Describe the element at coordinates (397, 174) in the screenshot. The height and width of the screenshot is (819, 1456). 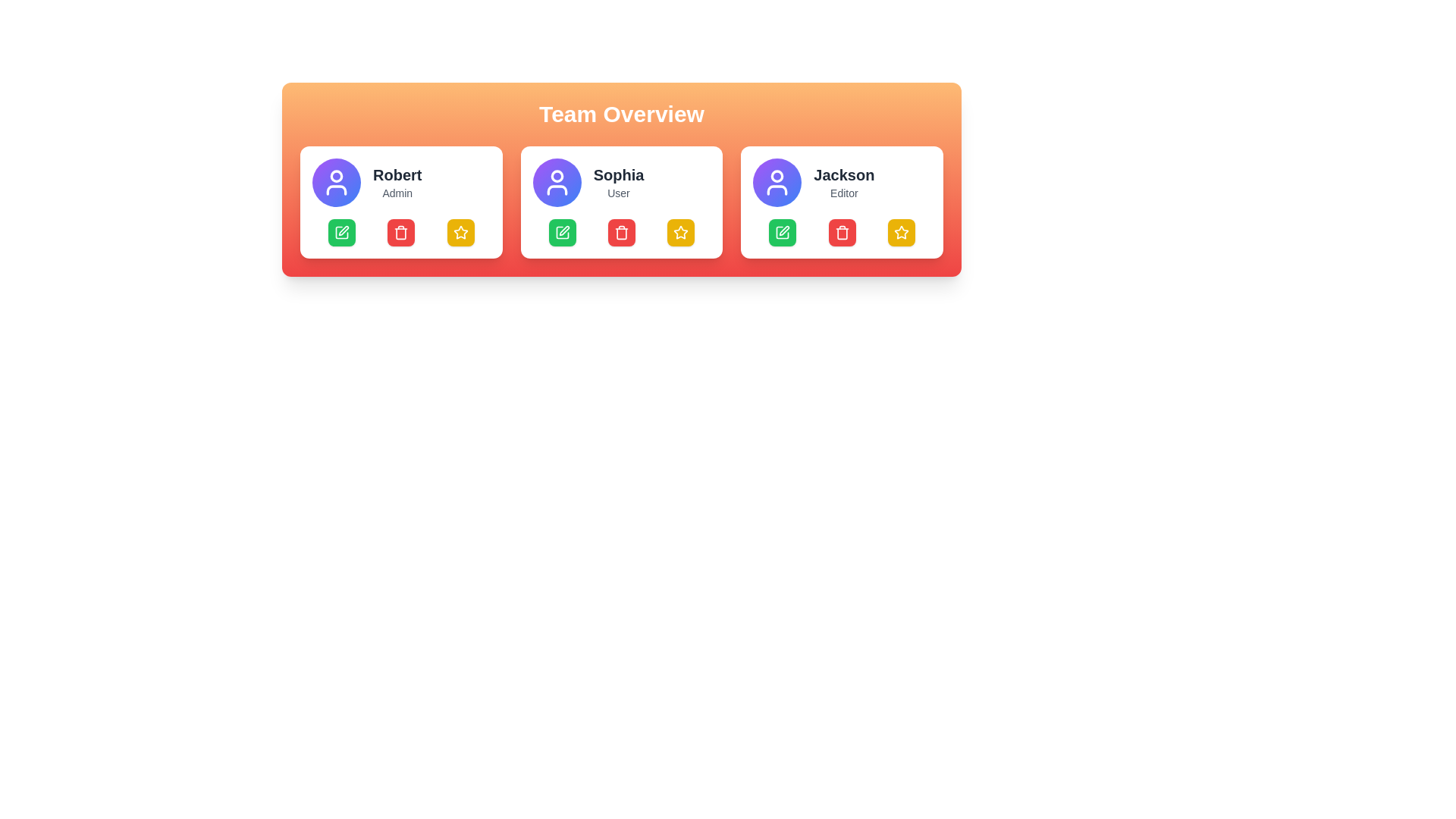
I see `the Text Display element that serves as the primary identifier of the individual represented by the user card, located in the top section of the first card in the 'Team Overview' section` at that location.